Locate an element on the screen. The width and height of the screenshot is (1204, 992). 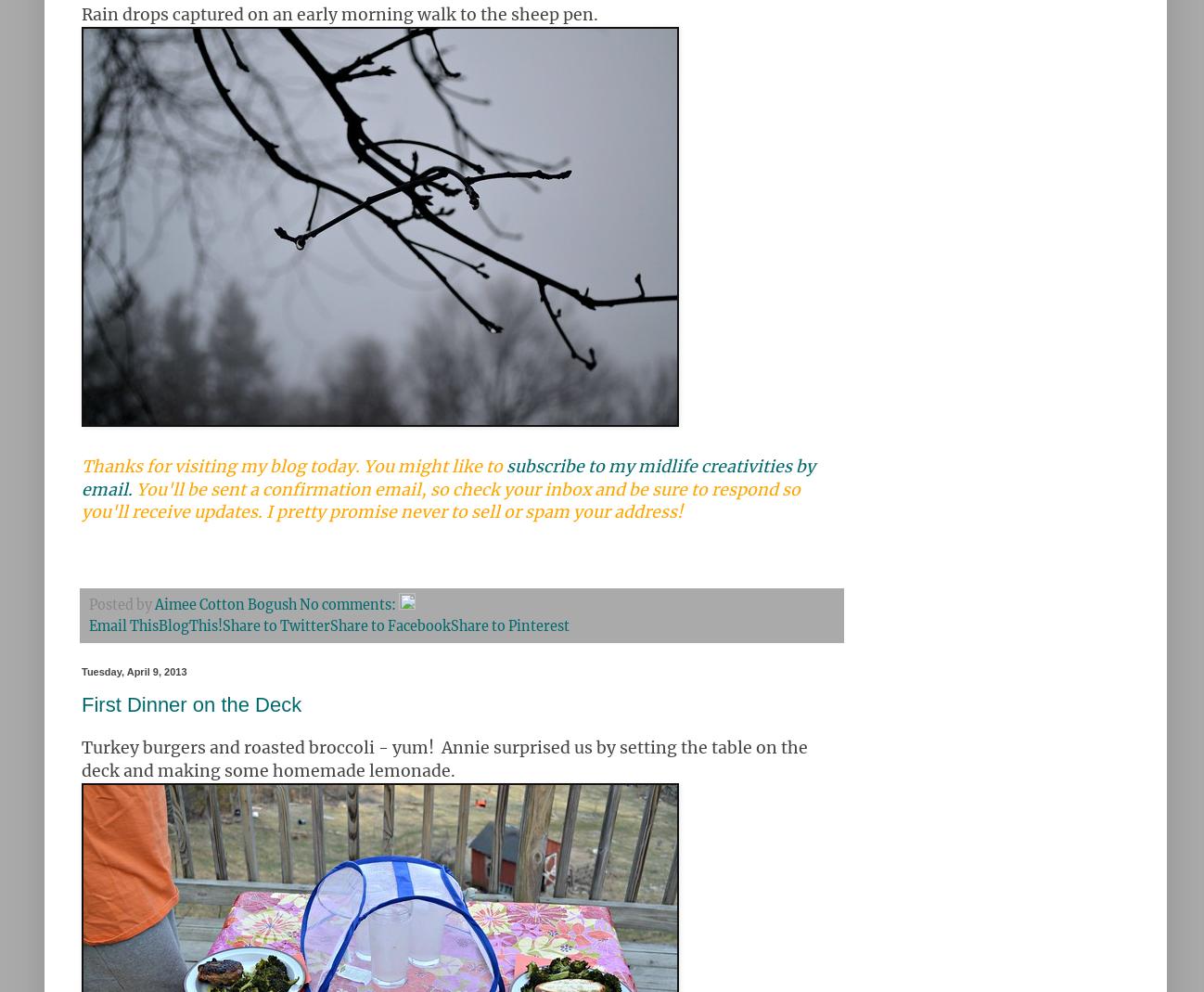
'Share to Twitter' is located at coordinates (275, 625).